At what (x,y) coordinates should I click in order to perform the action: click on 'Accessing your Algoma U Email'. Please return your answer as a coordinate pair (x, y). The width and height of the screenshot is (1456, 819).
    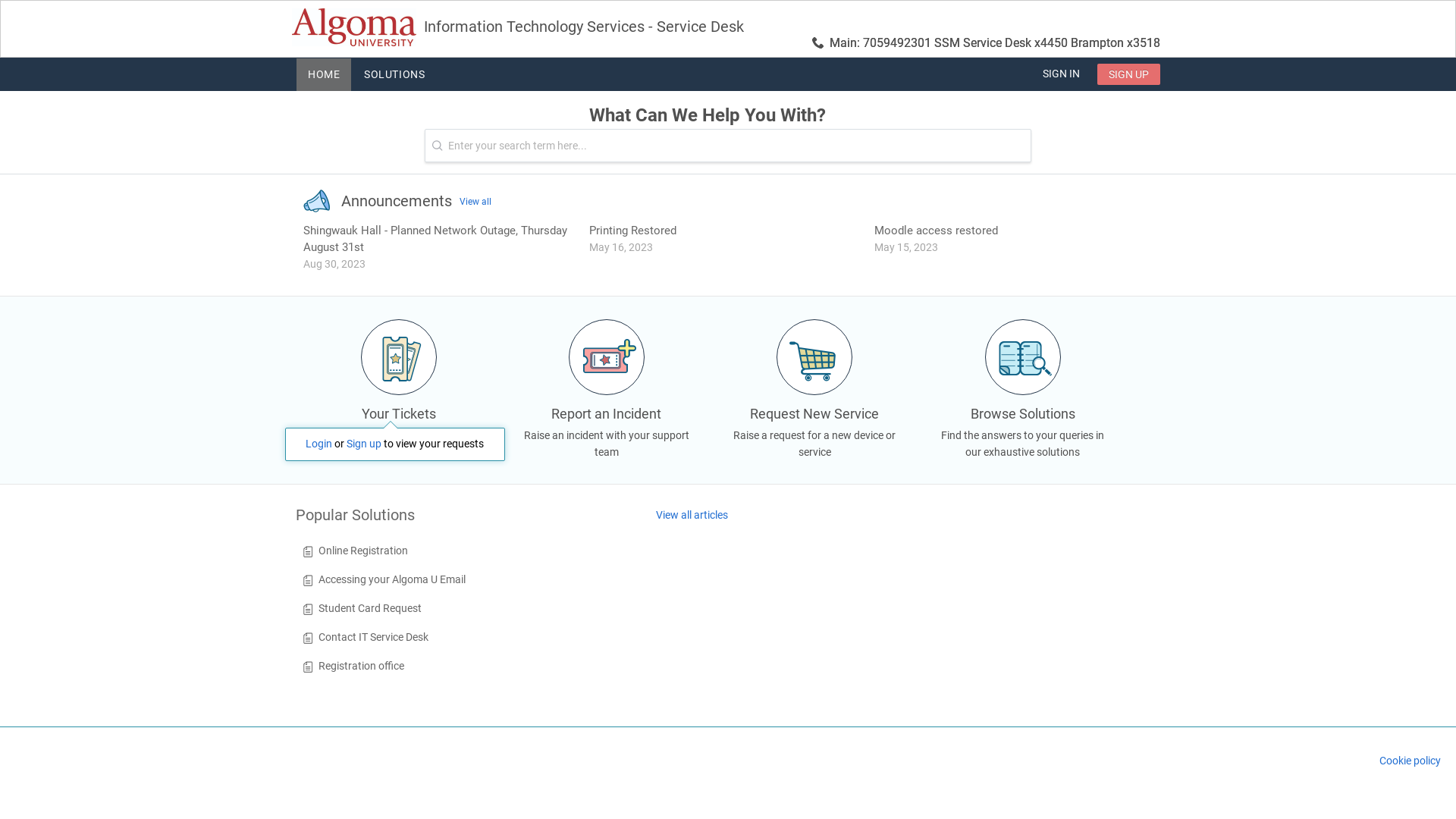
    Looking at the image, I should click on (318, 579).